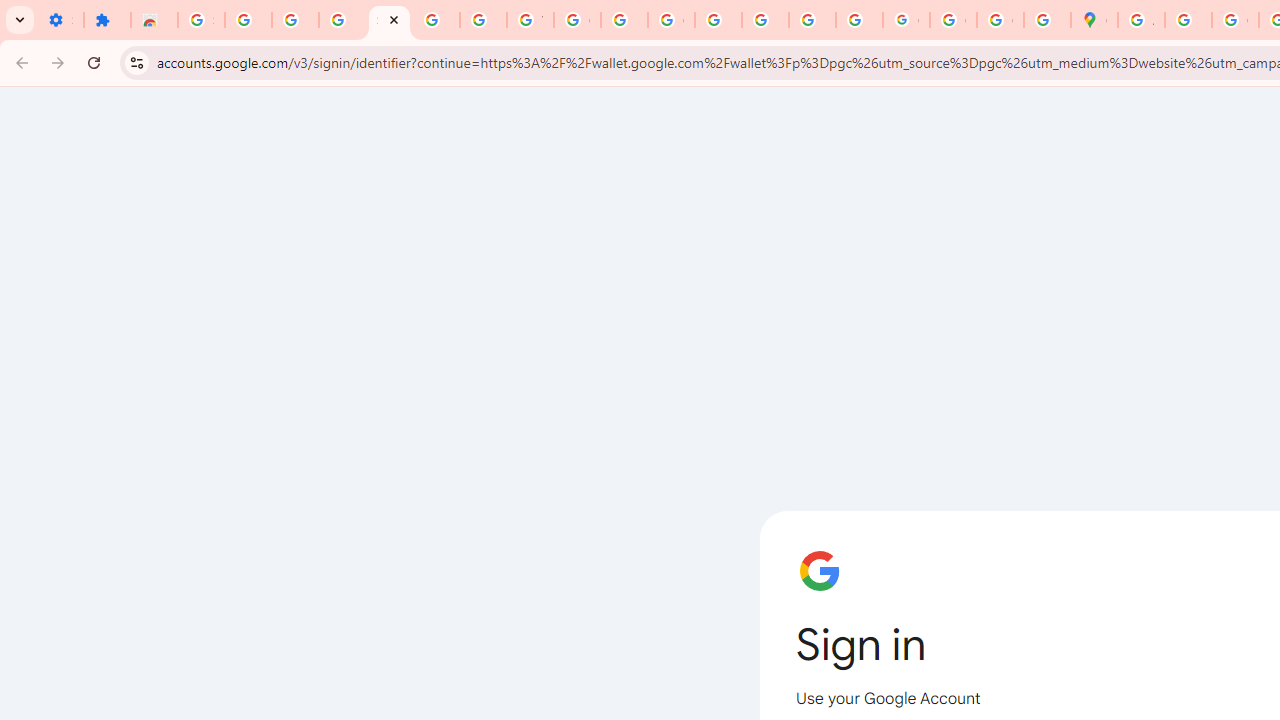 Image resolution: width=1280 pixels, height=720 pixels. Describe the element at coordinates (389, 20) in the screenshot. I see `'Sign in - Google Accounts'` at that location.